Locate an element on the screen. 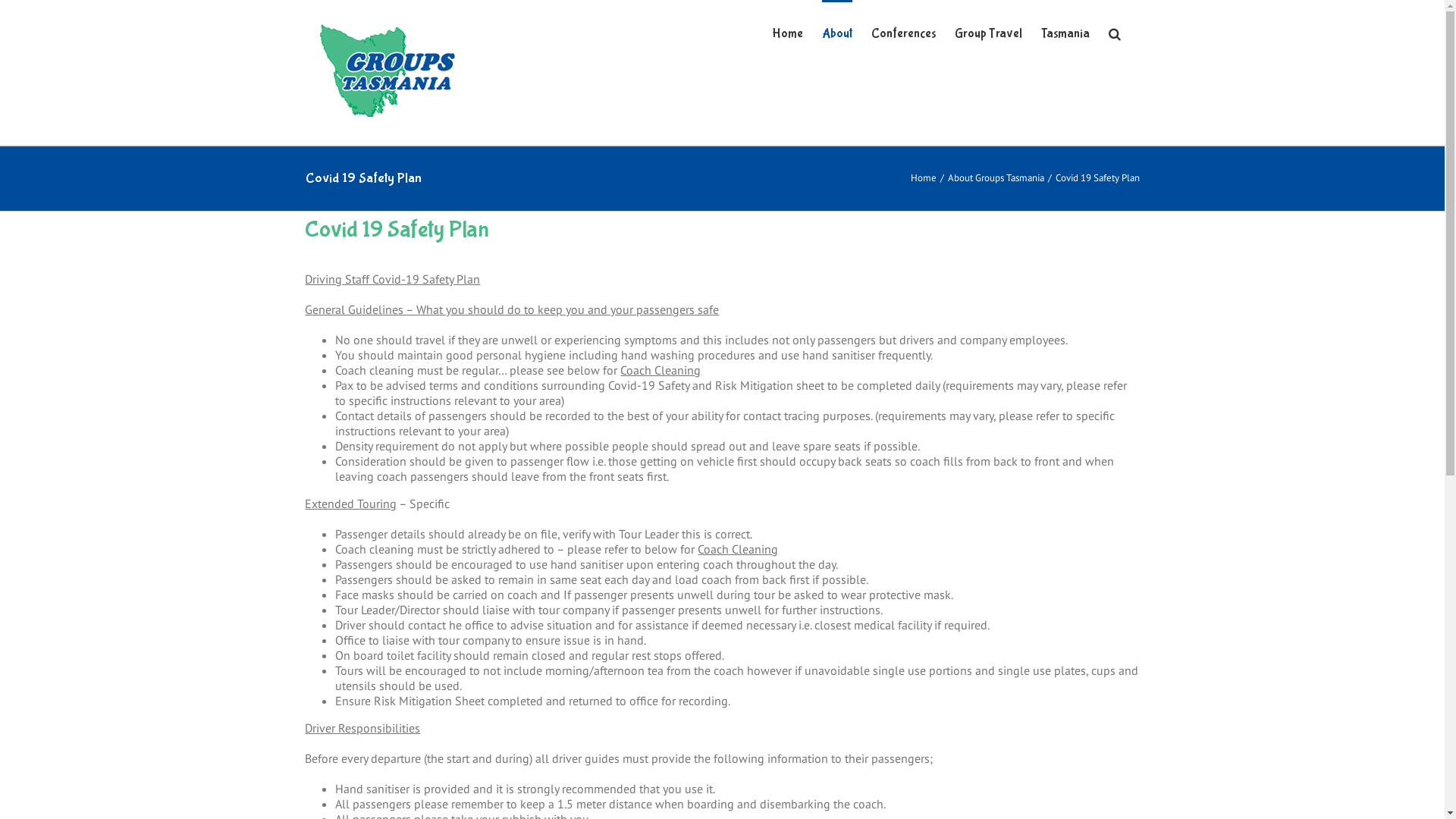 This screenshot has height=819, width=1456. 'Search' is located at coordinates (1114, 32).